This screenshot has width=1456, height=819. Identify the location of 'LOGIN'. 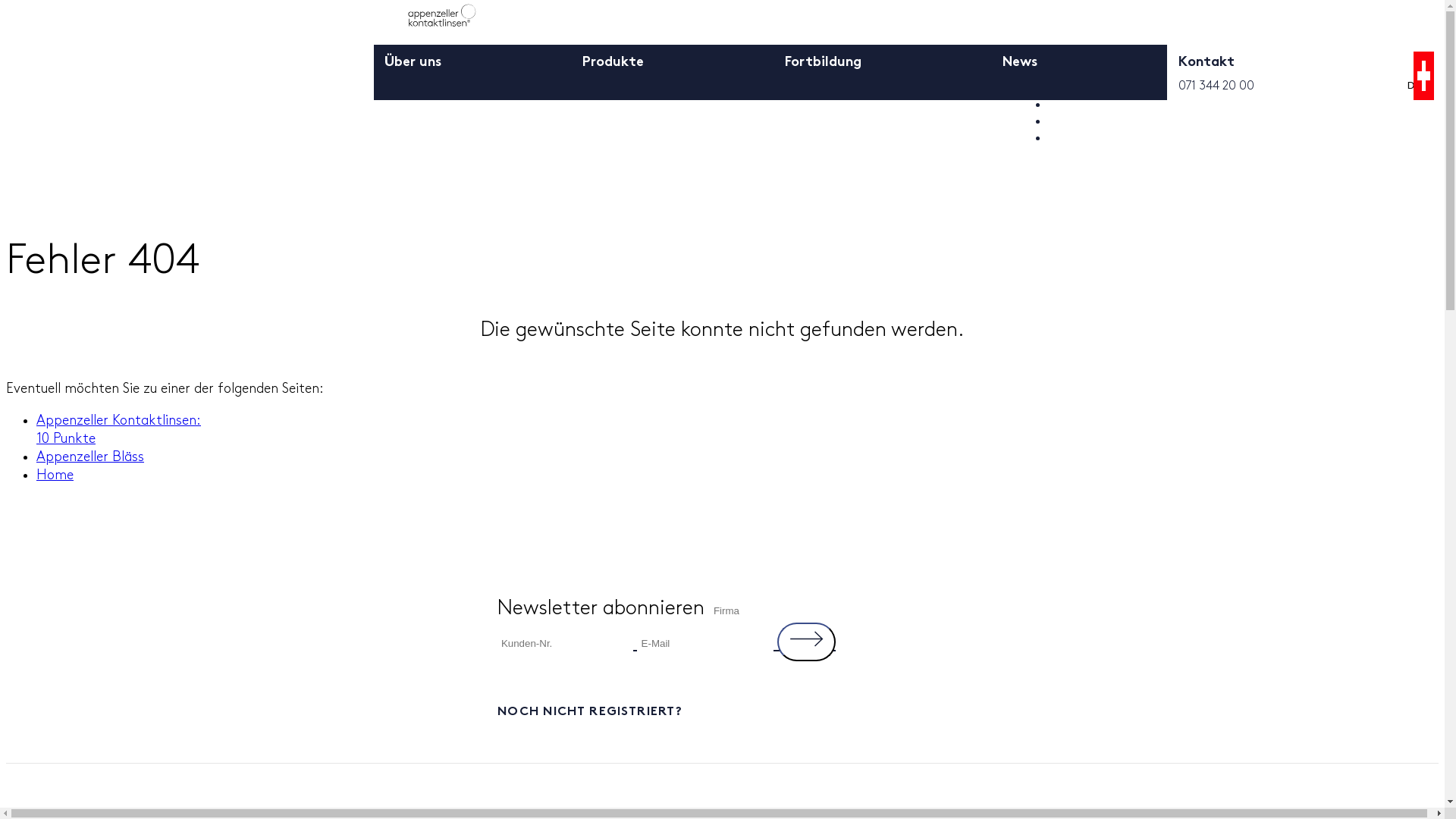
(1047, 88).